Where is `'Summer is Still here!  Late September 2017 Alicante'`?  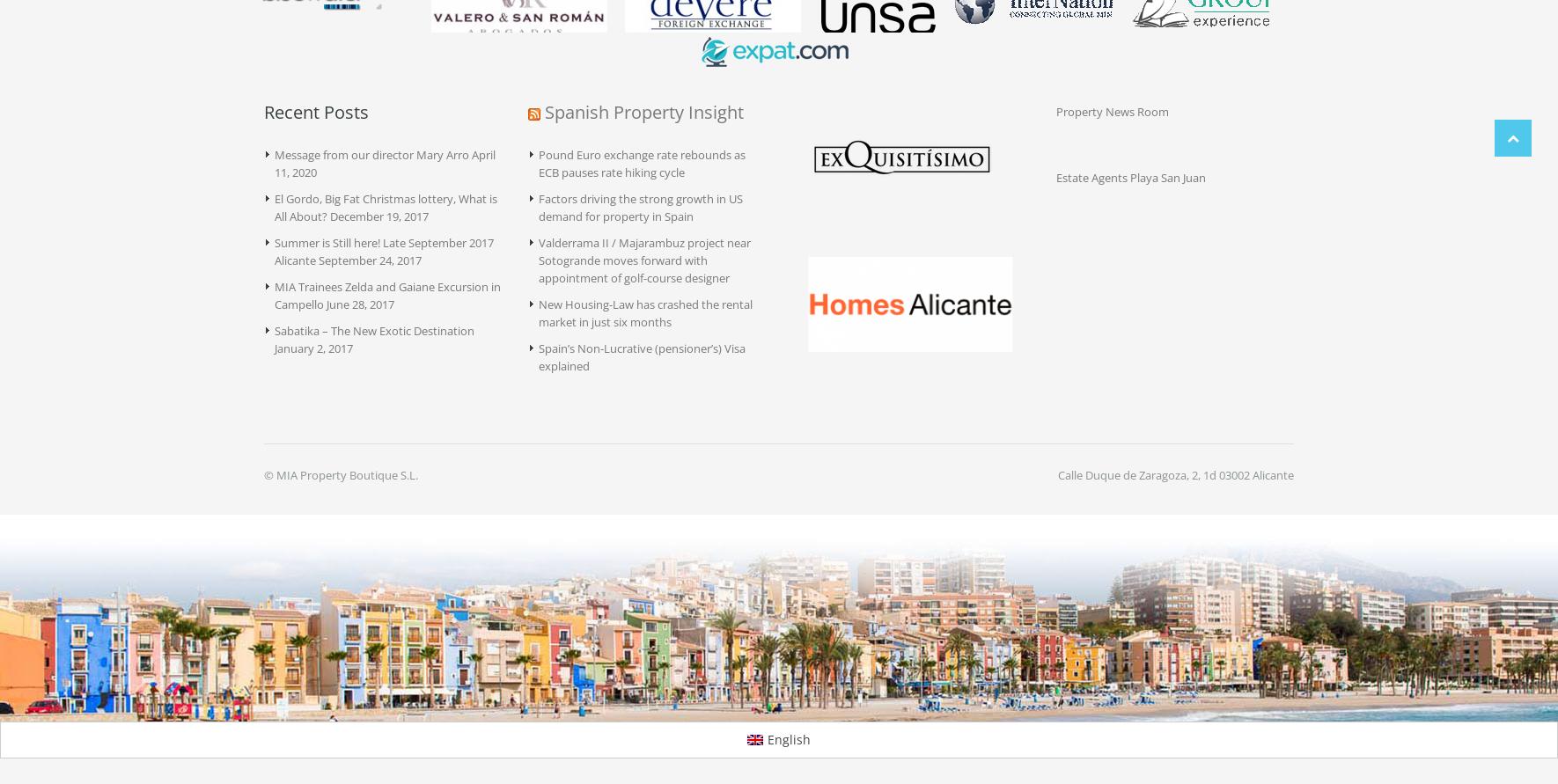 'Summer is Still here!  Late September 2017 Alicante' is located at coordinates (383, 251).